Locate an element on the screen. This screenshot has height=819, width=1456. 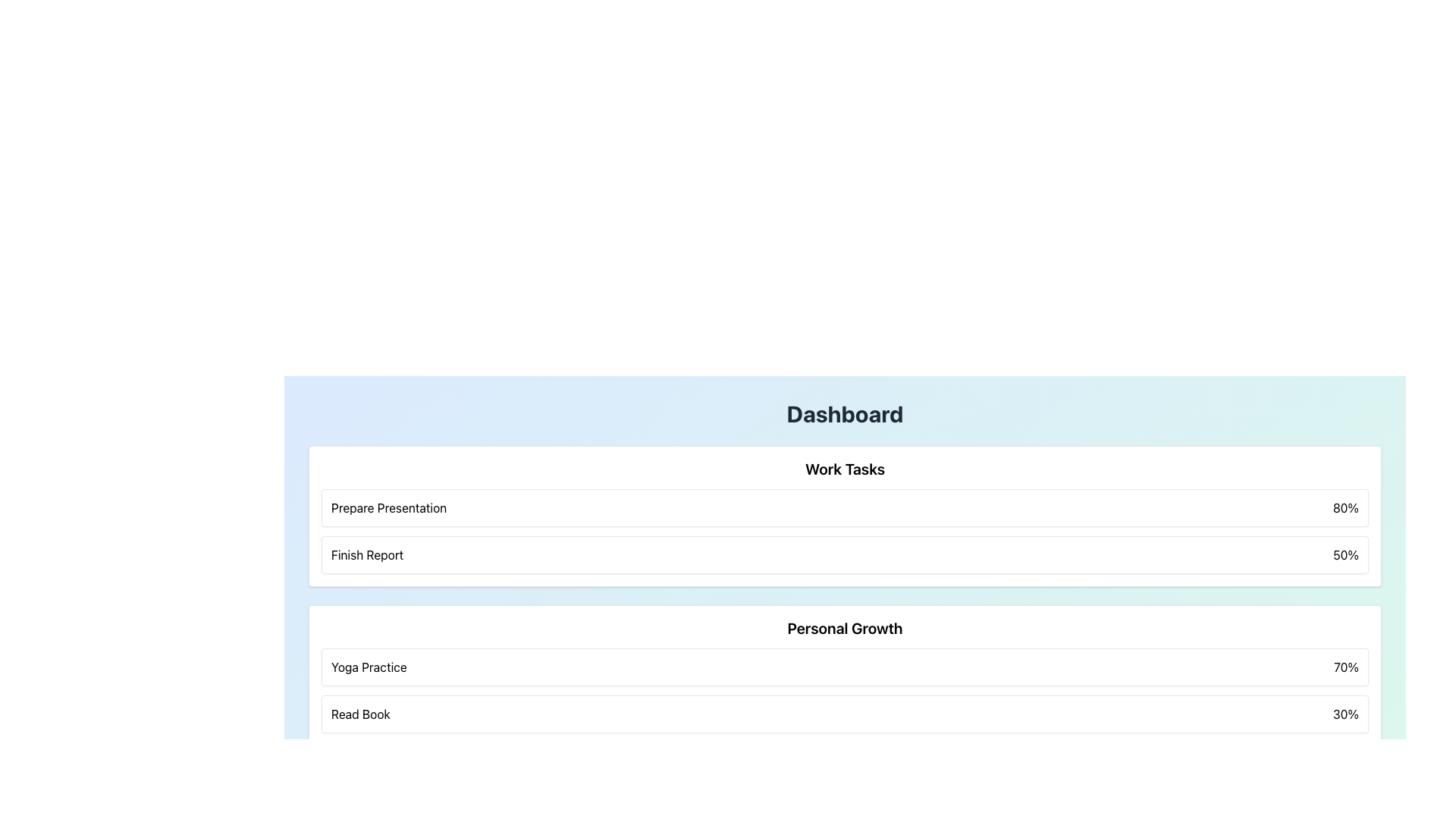
the text label representing the activity 'Yoga Practice' in the 'Personal Growth' section for reading is located at coordinates (369, 666).